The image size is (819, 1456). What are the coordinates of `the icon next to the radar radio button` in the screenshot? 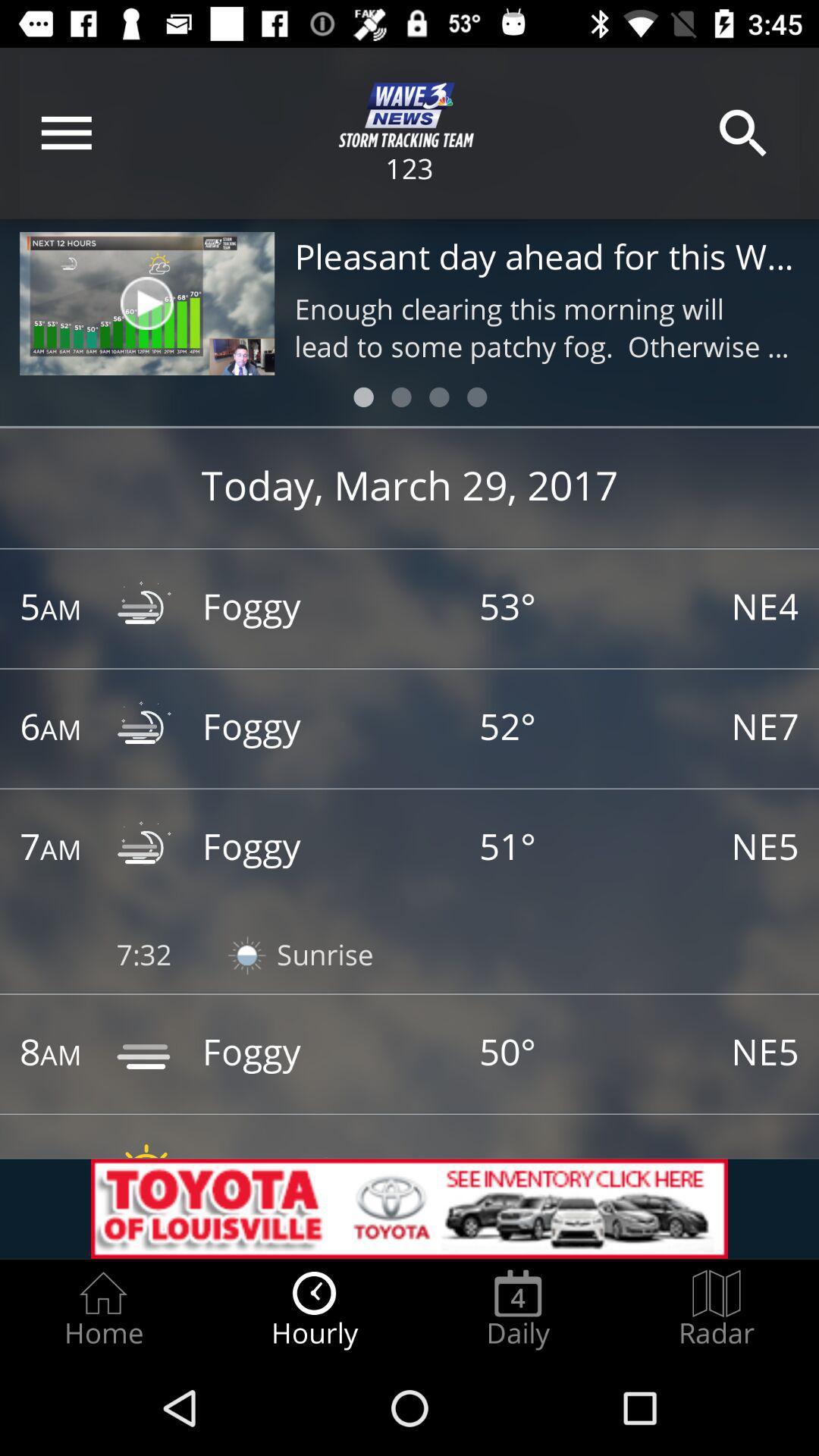 It's located at (517, 1309).